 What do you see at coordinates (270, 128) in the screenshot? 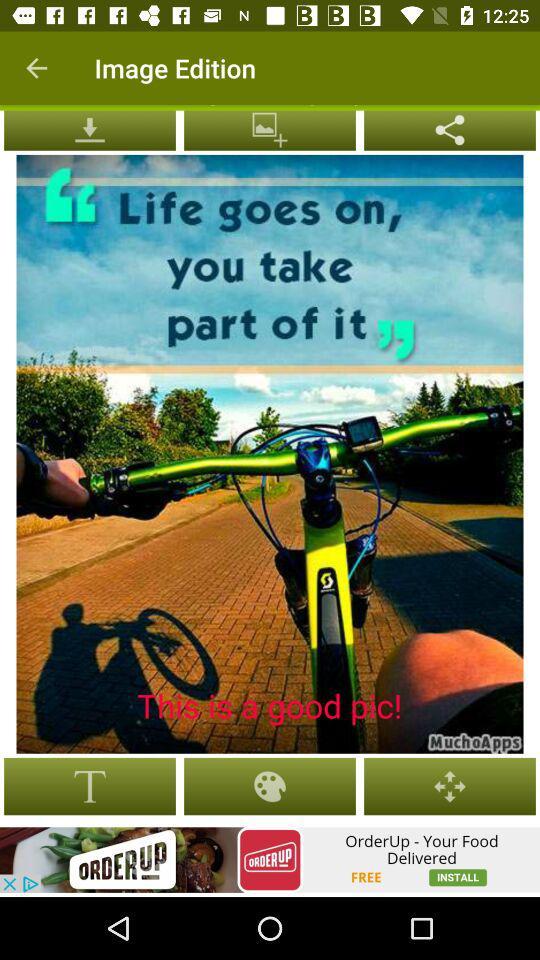
I see `the more icon` at bounding box center [270, 128].